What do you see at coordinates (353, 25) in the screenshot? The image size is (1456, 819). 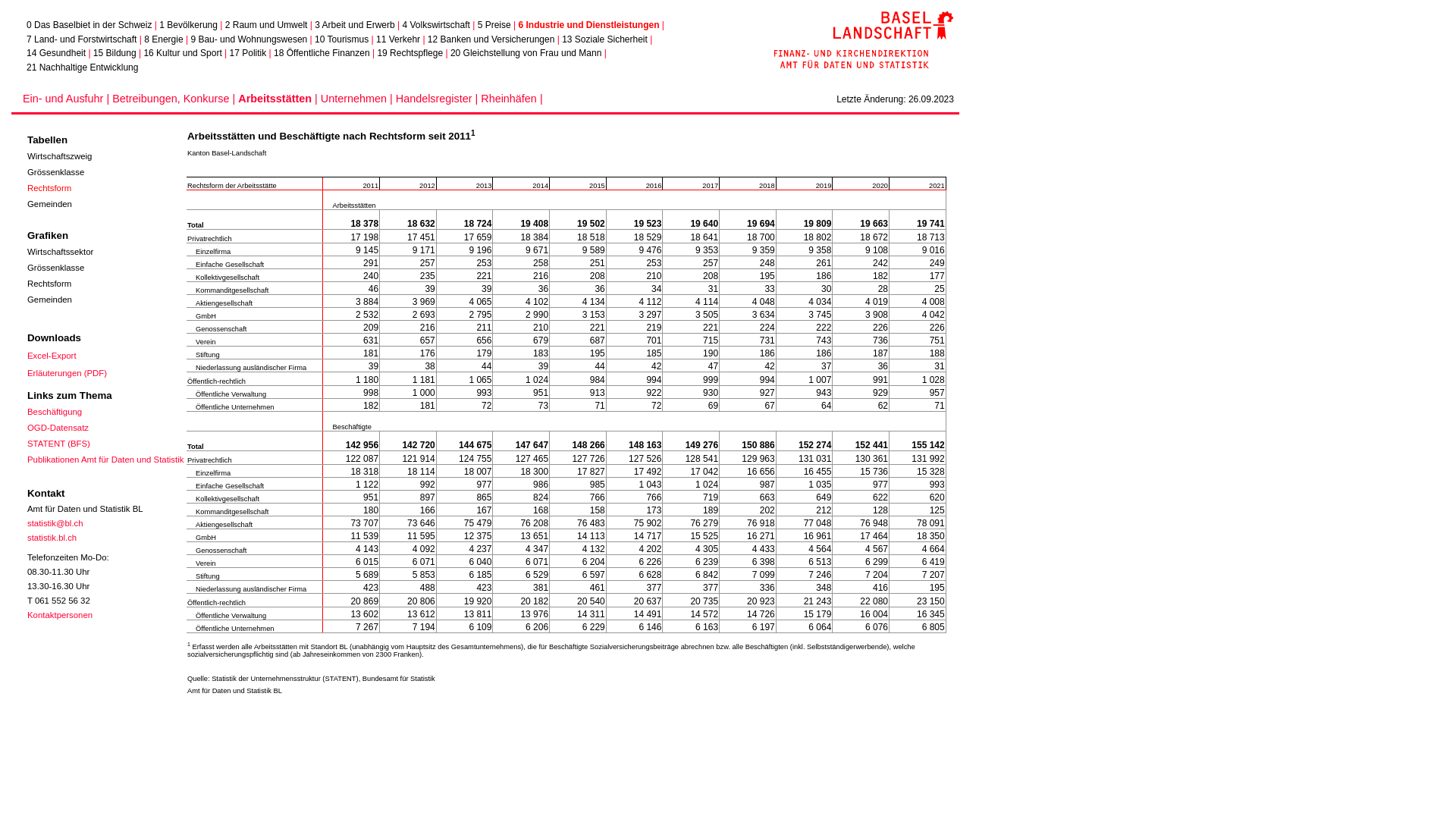 I see `'3 Arbeit und Erwerb'` at bounding box center [353, 25].